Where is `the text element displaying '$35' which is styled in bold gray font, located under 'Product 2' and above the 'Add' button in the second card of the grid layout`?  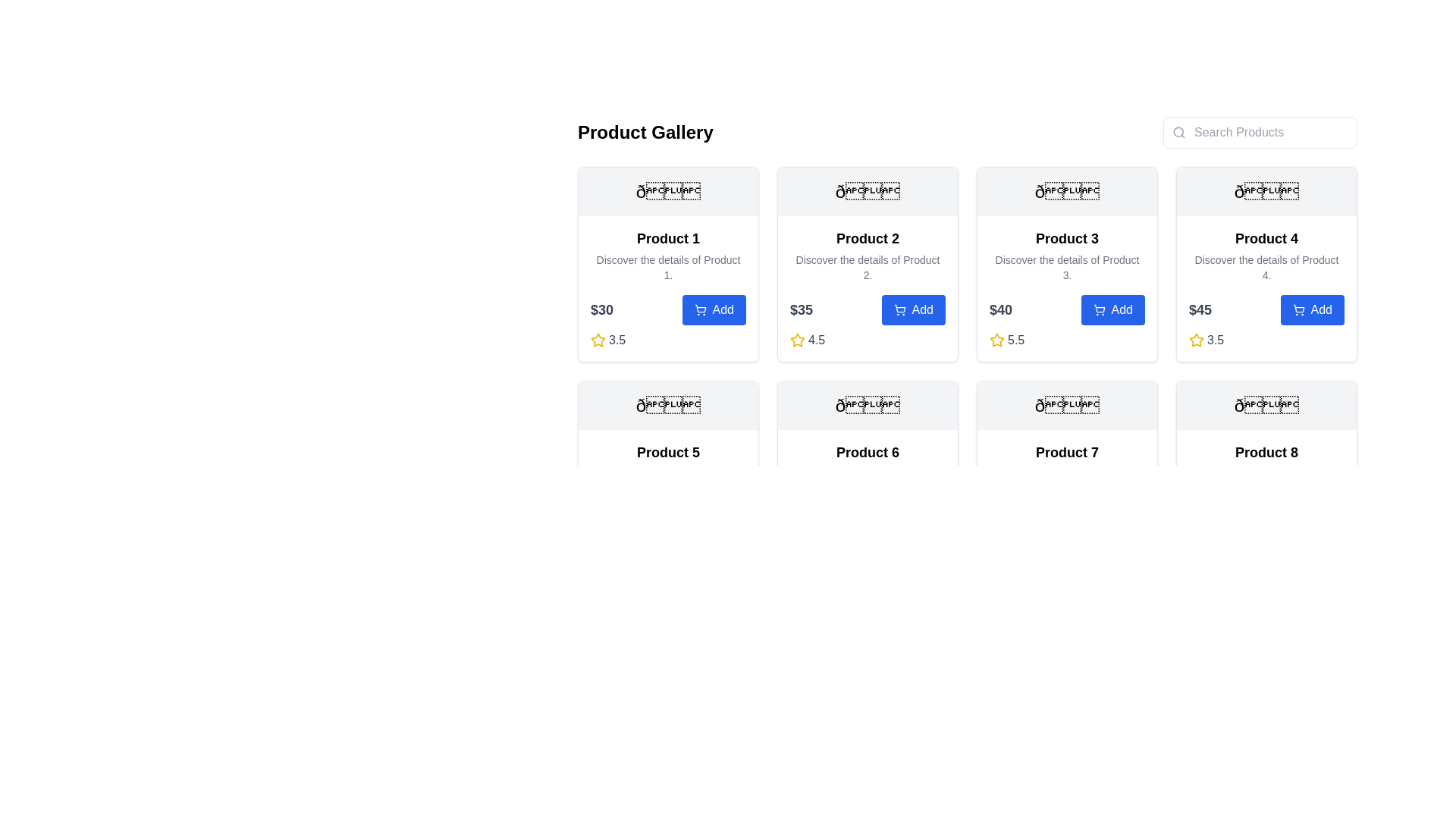 the text element displaying '$35' which is styled in bold gray font, located under 'Product 2' and above the 'Add' button in the second card of the grid layout is located at coordinates (800, 309).